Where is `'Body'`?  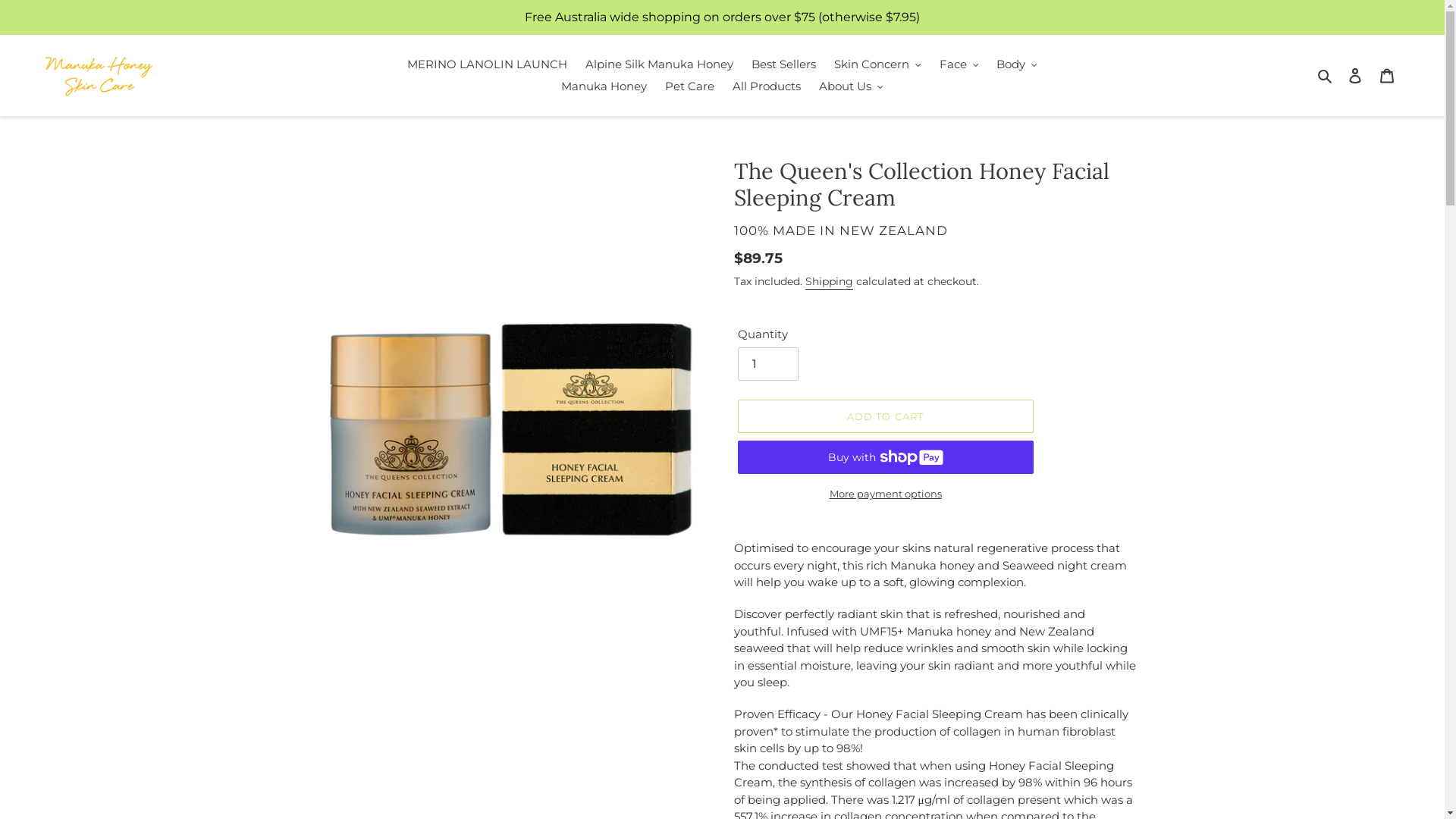
'Body' is located at coordinates (1016, 64).